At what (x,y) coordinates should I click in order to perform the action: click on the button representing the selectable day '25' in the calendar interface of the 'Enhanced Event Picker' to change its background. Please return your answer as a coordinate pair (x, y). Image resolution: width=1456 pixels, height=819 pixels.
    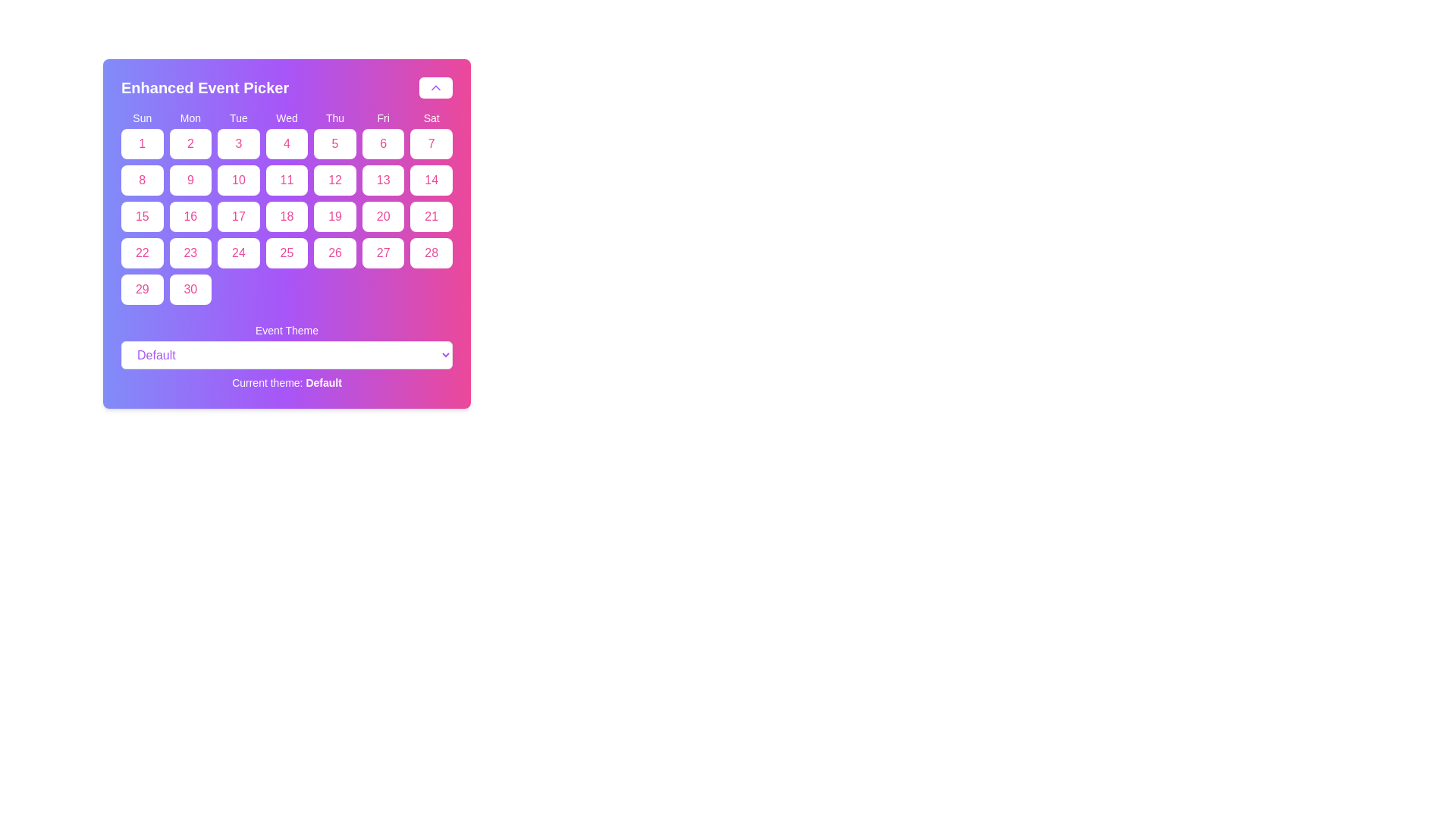
    Looking at the image, I should click on (287, 253).